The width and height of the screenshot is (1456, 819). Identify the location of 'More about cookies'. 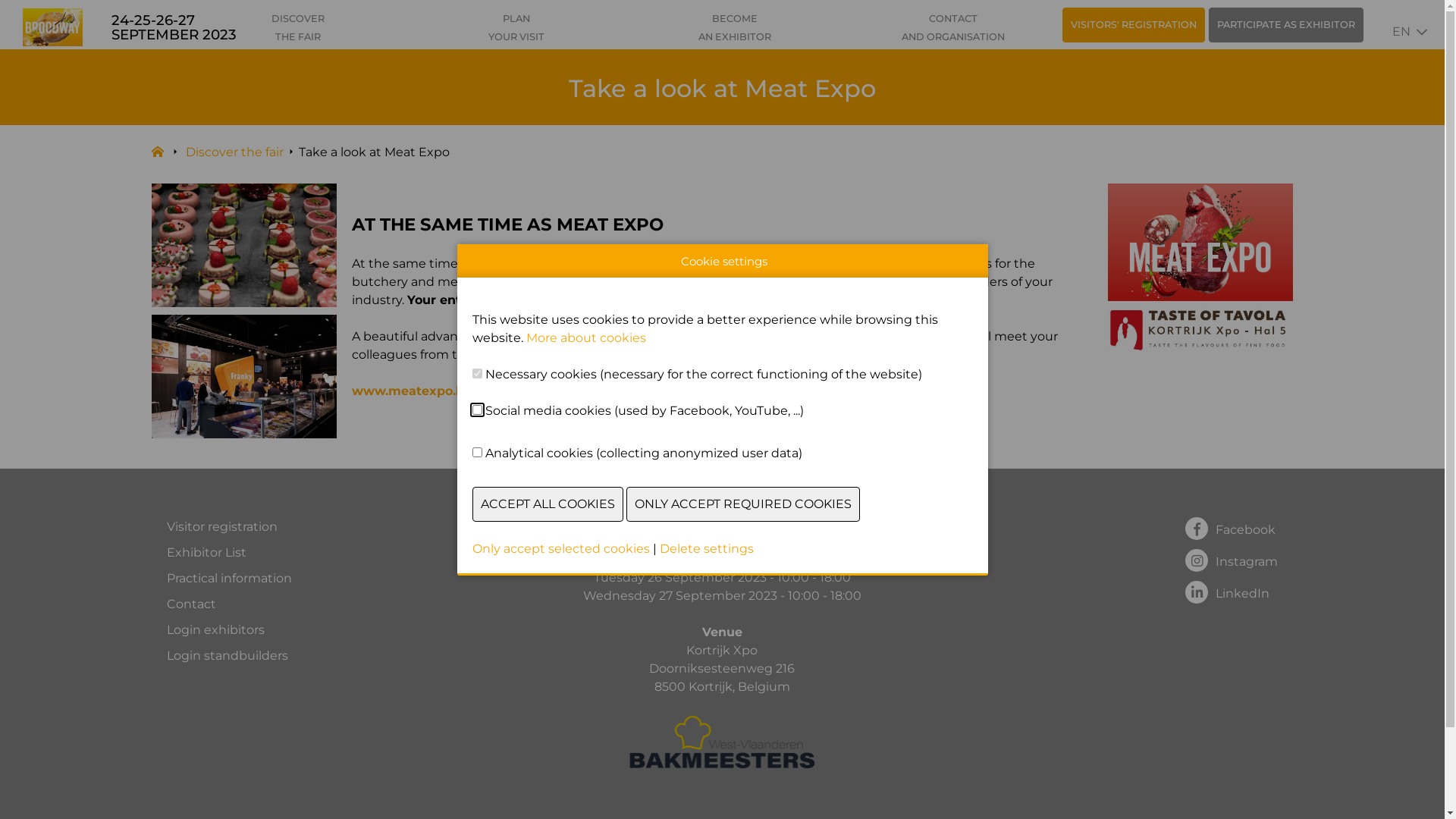
(585, 337).